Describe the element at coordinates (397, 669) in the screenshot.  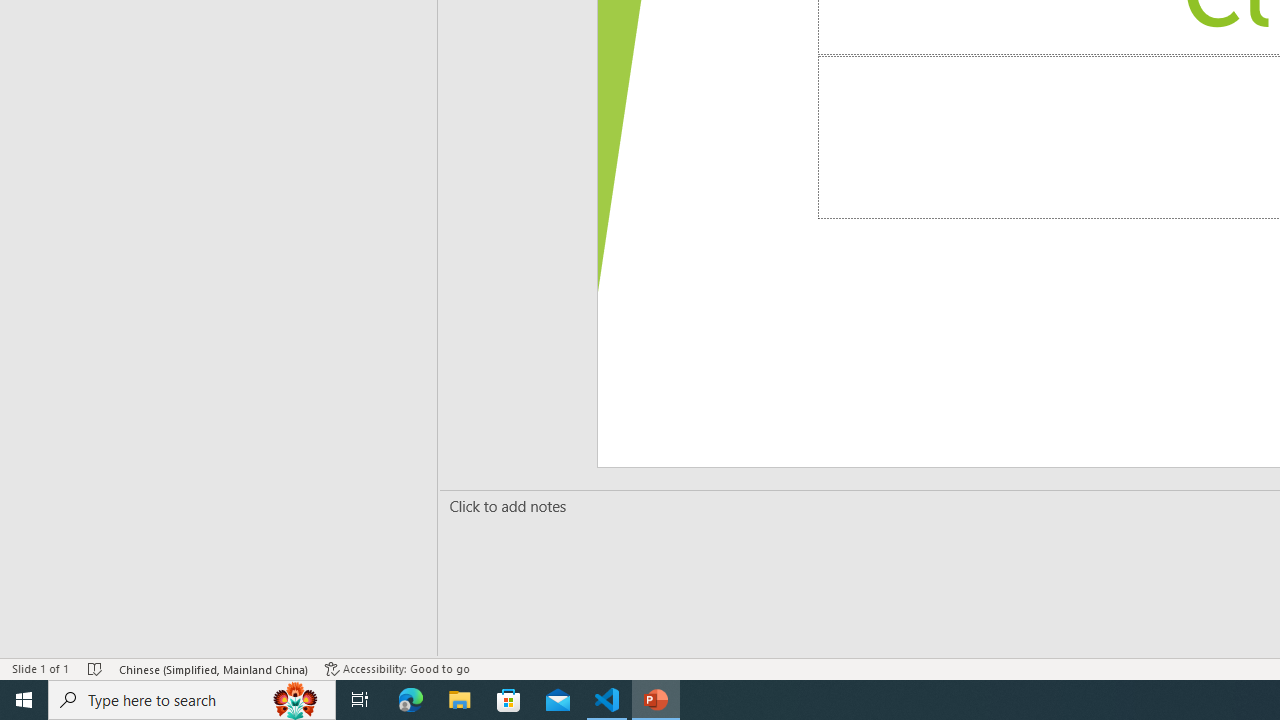
I see `'Accessibility Checker Accessibility: Good to go'` at that location.